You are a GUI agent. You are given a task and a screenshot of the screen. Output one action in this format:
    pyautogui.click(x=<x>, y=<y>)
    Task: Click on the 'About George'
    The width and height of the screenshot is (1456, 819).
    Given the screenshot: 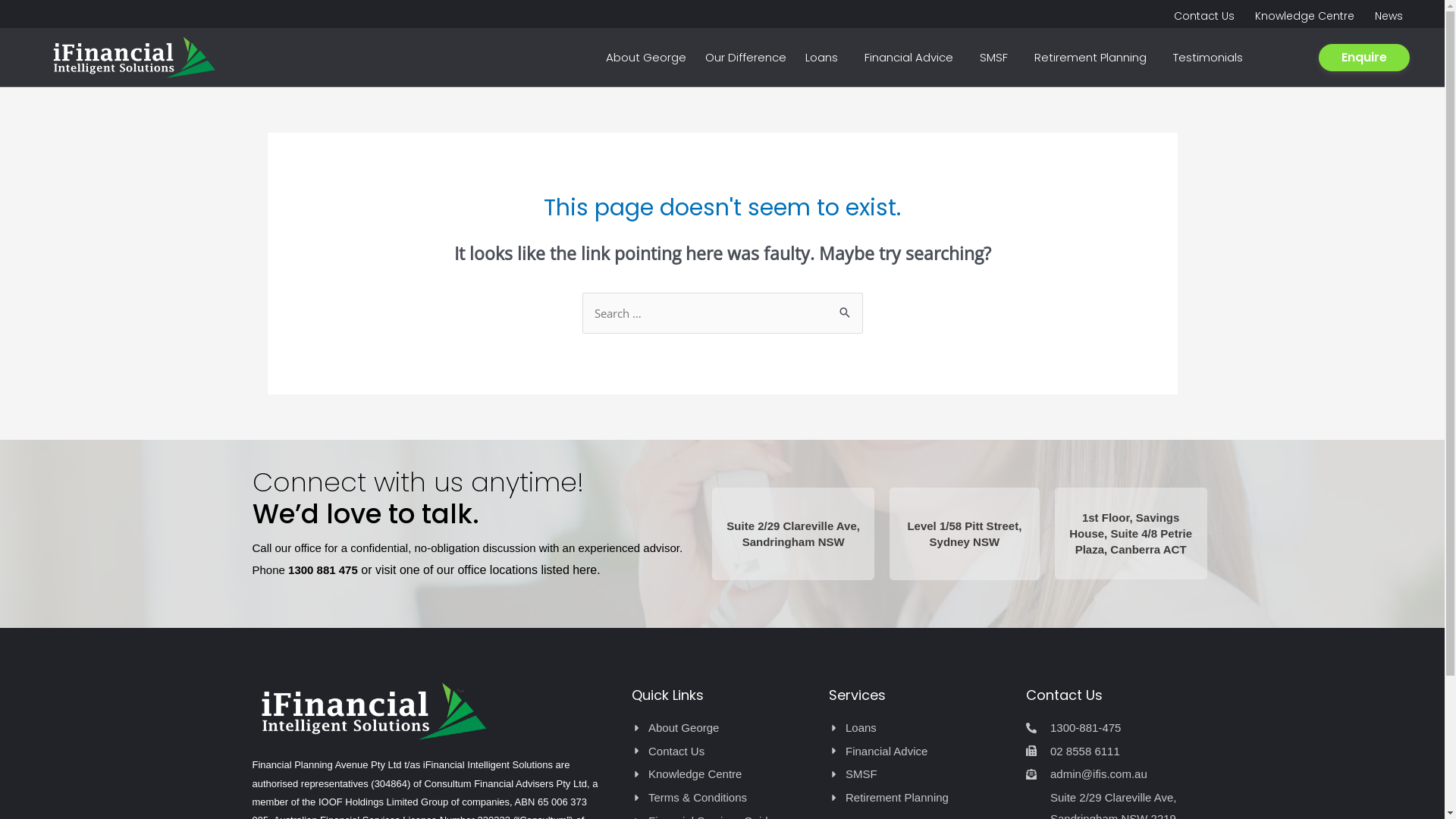 What is the action you would take?
    pyautogui.click(x=720, y=727)
    